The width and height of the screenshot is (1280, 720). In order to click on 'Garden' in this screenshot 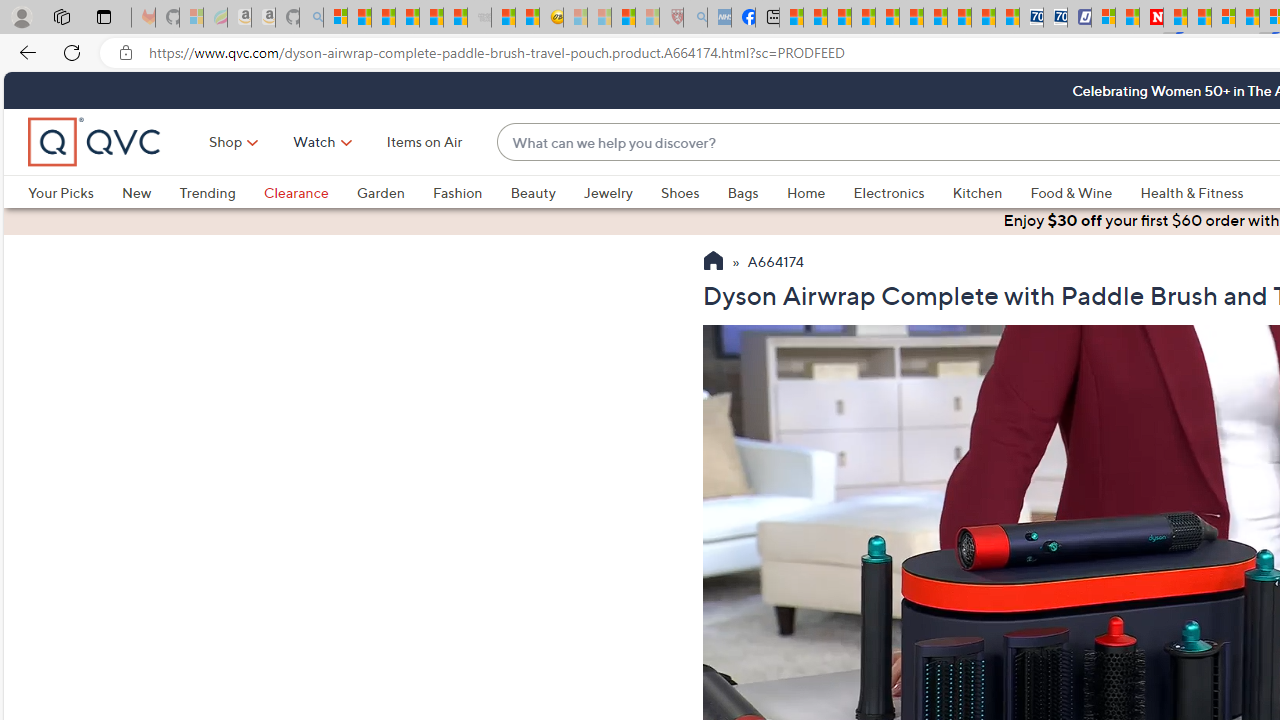, I will do `click(380, 192)`.